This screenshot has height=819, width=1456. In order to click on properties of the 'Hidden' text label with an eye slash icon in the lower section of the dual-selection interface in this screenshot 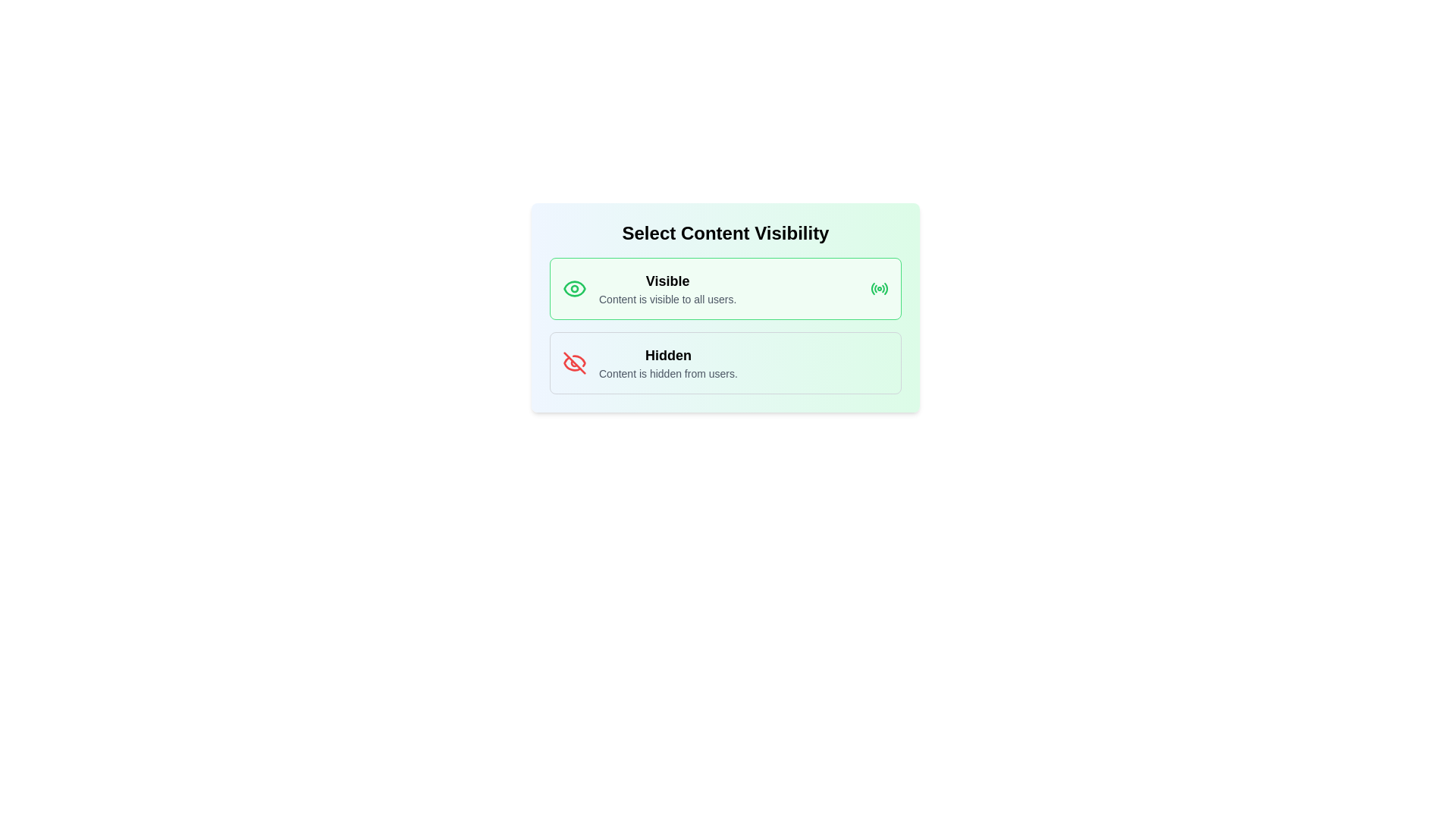, I will do `click(667, 362)`.